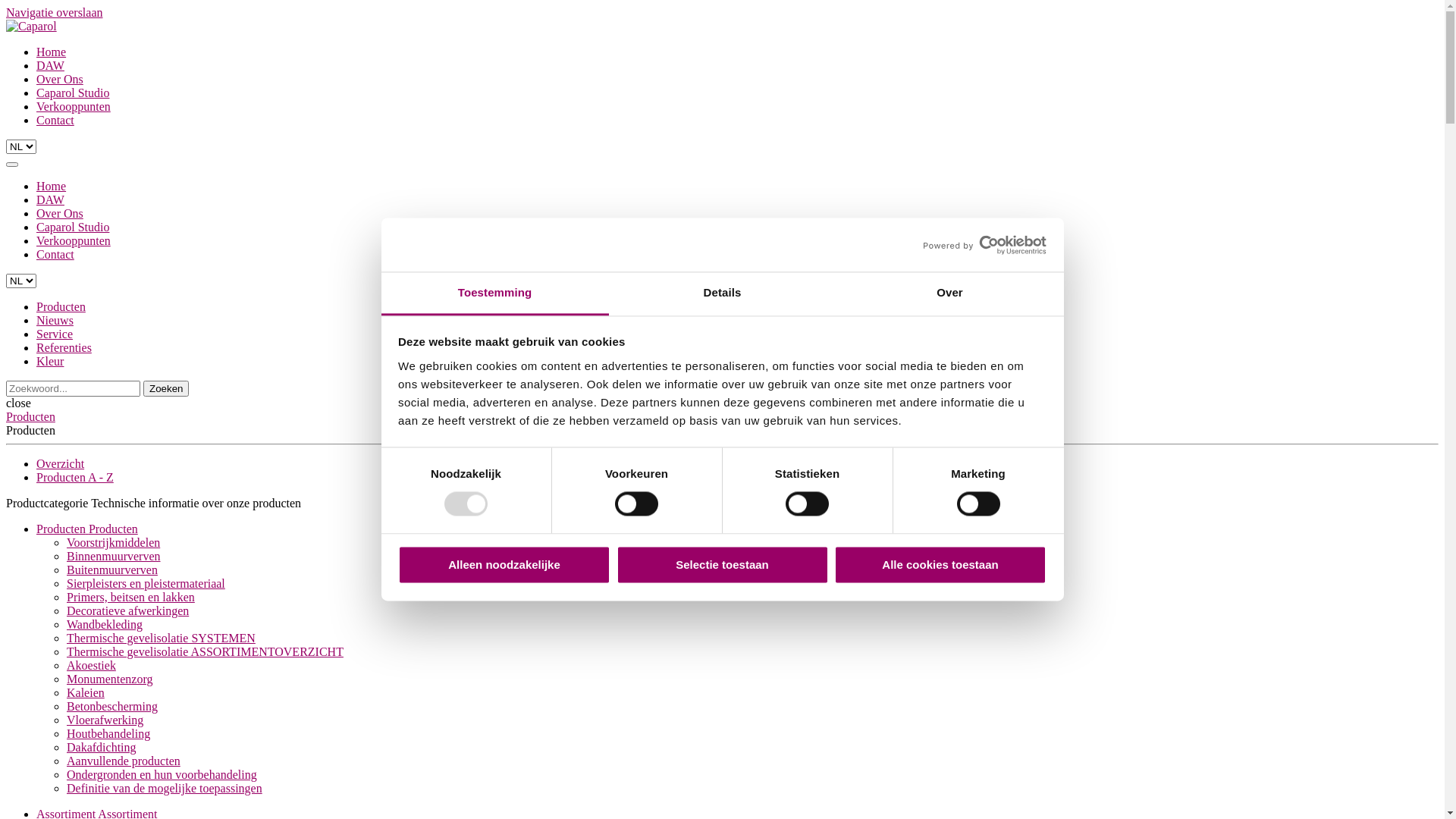 This screenshot has width=1456, height=819. Describe the element at coordinates (127, 610) in the screenshot. I see `'Decoratieve afwerkingen'` at that location.